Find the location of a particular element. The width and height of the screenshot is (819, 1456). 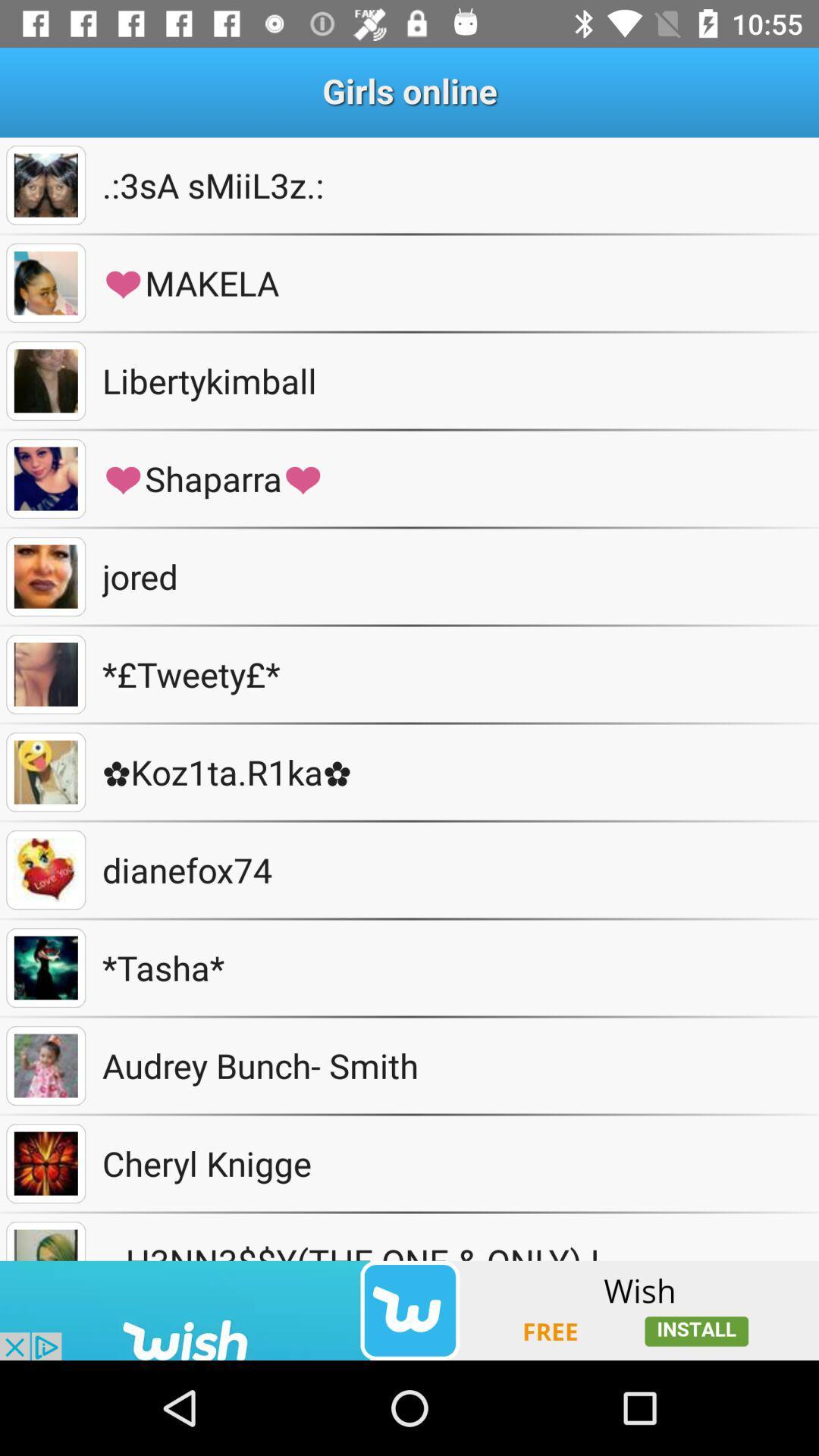

sum button is located at coordinates (45, 673).